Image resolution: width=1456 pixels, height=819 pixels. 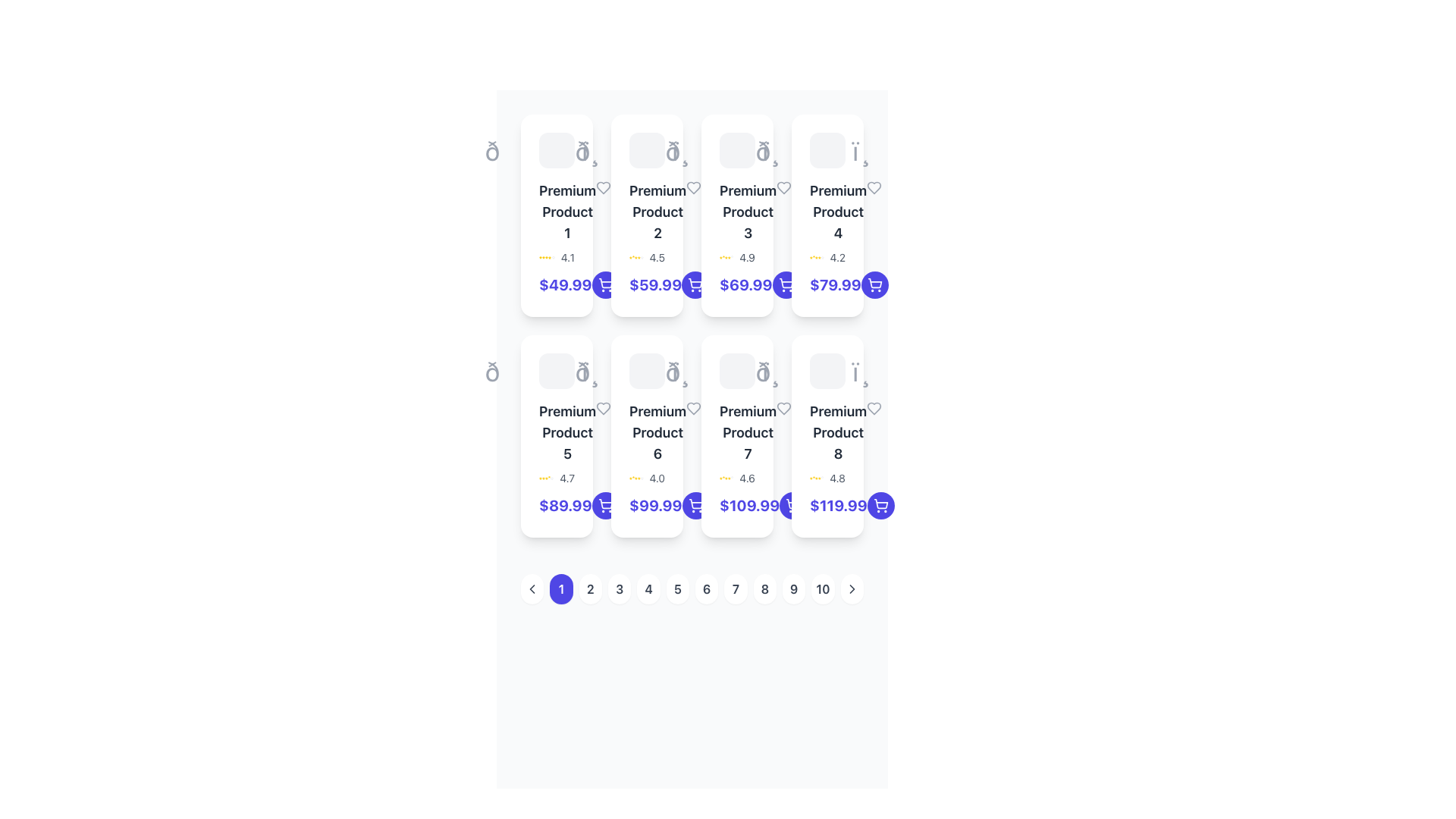 What do you see at coordinates (532, 588) in the screenshot?
I see `the leftmost icon in the navigation area at the bottom of the interface` at bounding box center [532, 588].